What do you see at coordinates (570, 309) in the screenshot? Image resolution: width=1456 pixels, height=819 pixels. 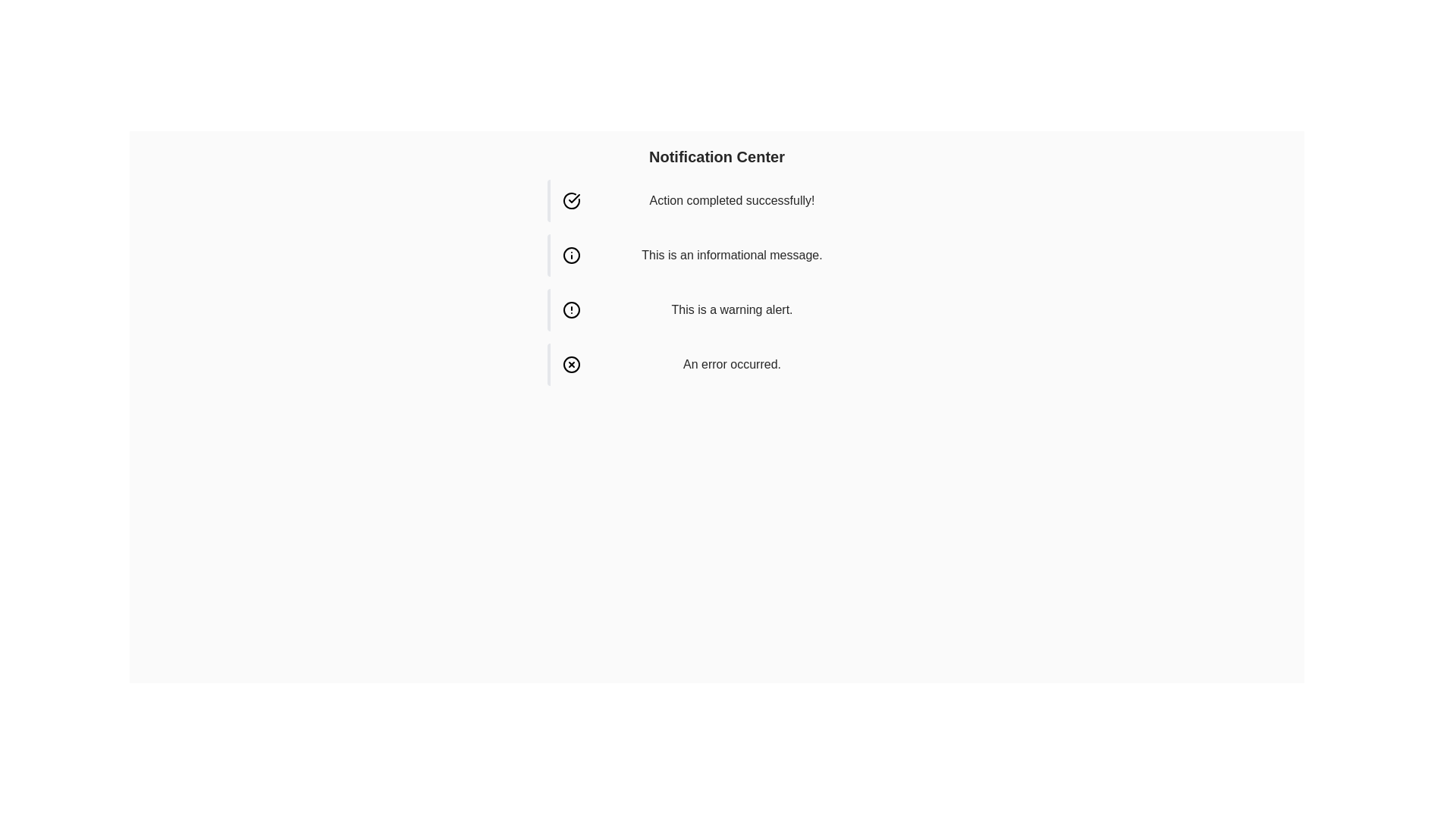 I see `the warning icon located to the left of the notification block containing the text 'This is a warning alert.'` at bounding box center [570, 309].